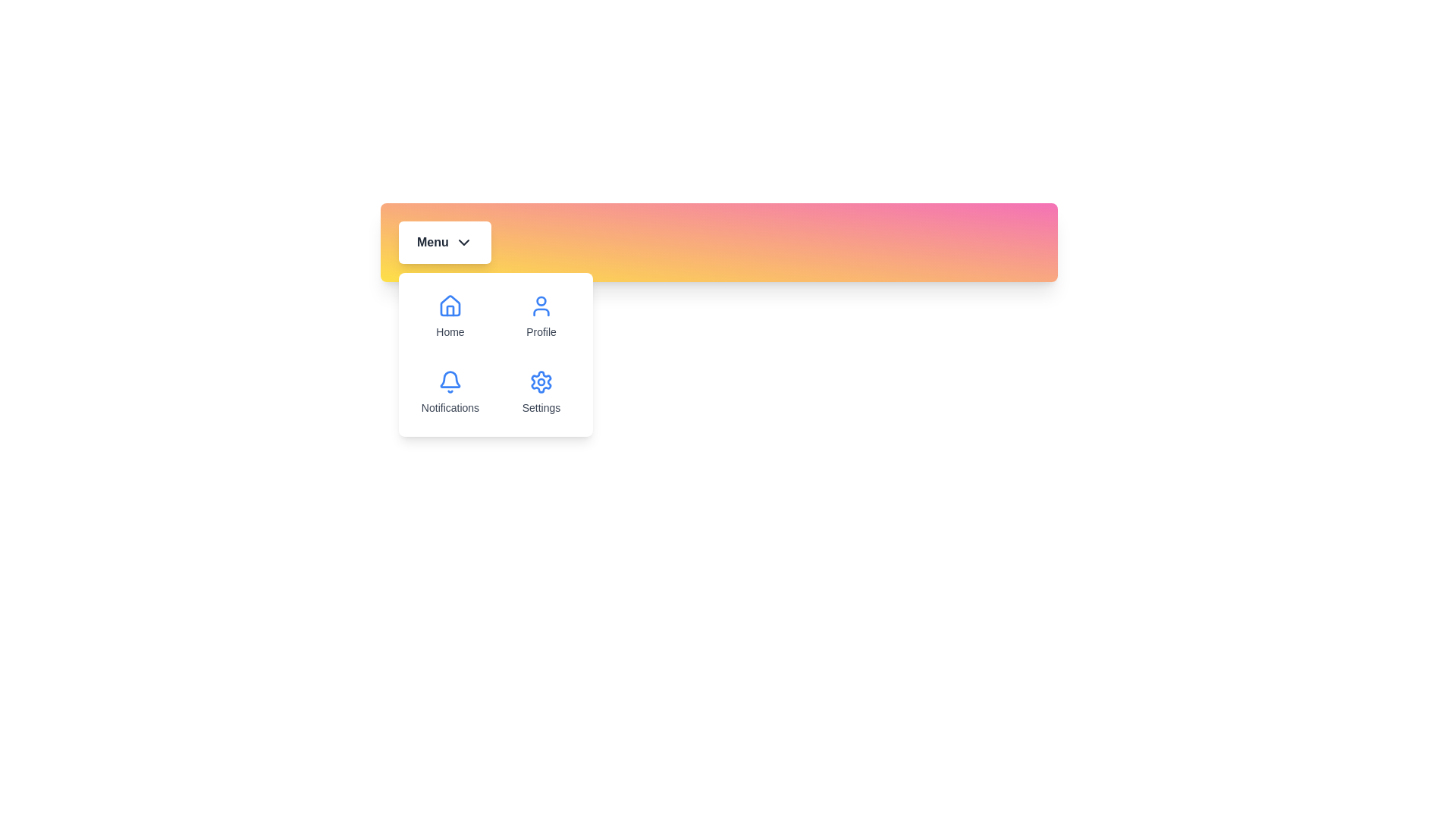 This screenshot has height=819, width=1456. Describe the element at coordinates (444, 242) in the screenshot. I see `the menu toggle button to toggle its visibility` at that location.